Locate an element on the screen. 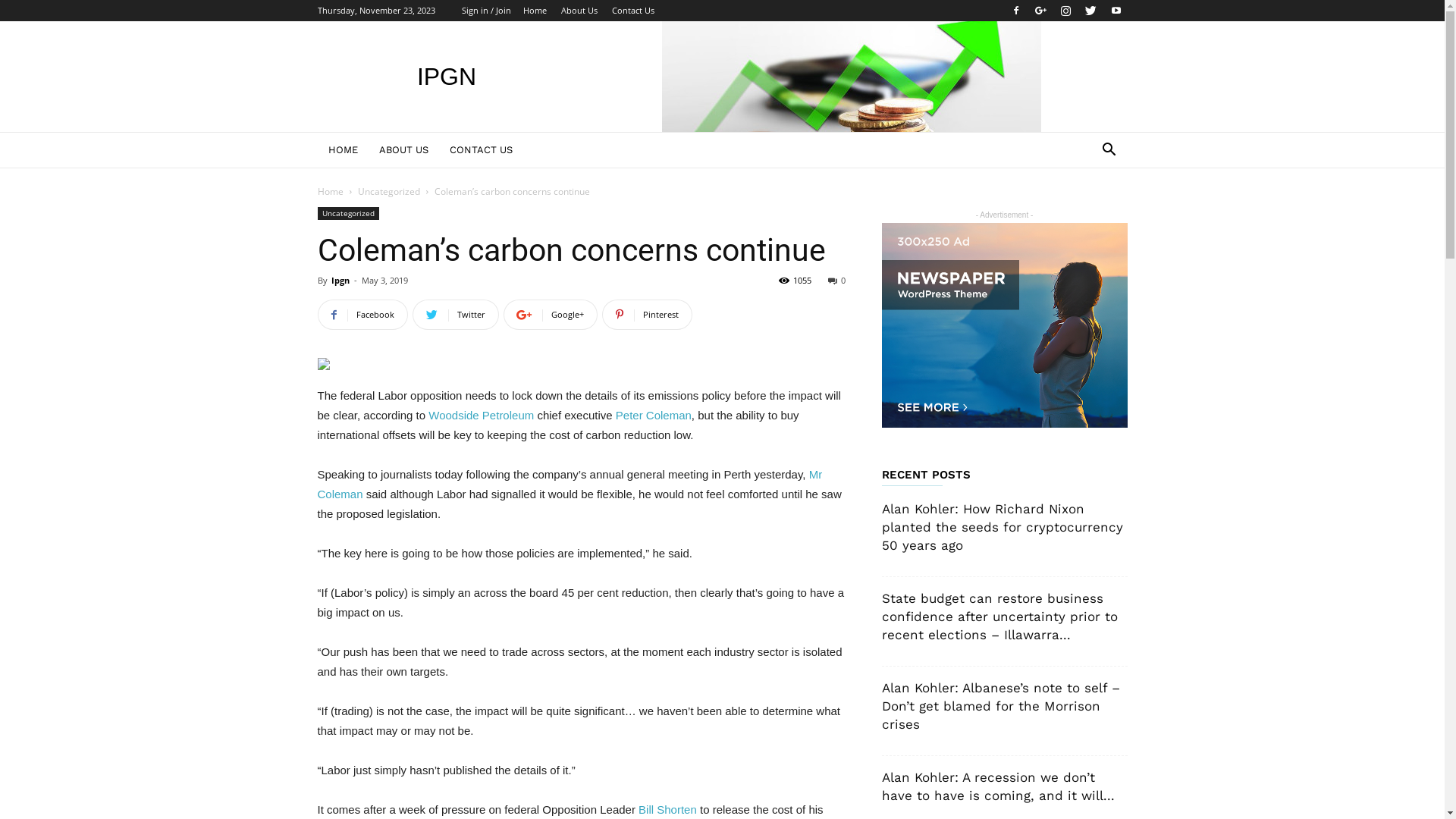  'Ipgn' is located at coordinates (330, 280).